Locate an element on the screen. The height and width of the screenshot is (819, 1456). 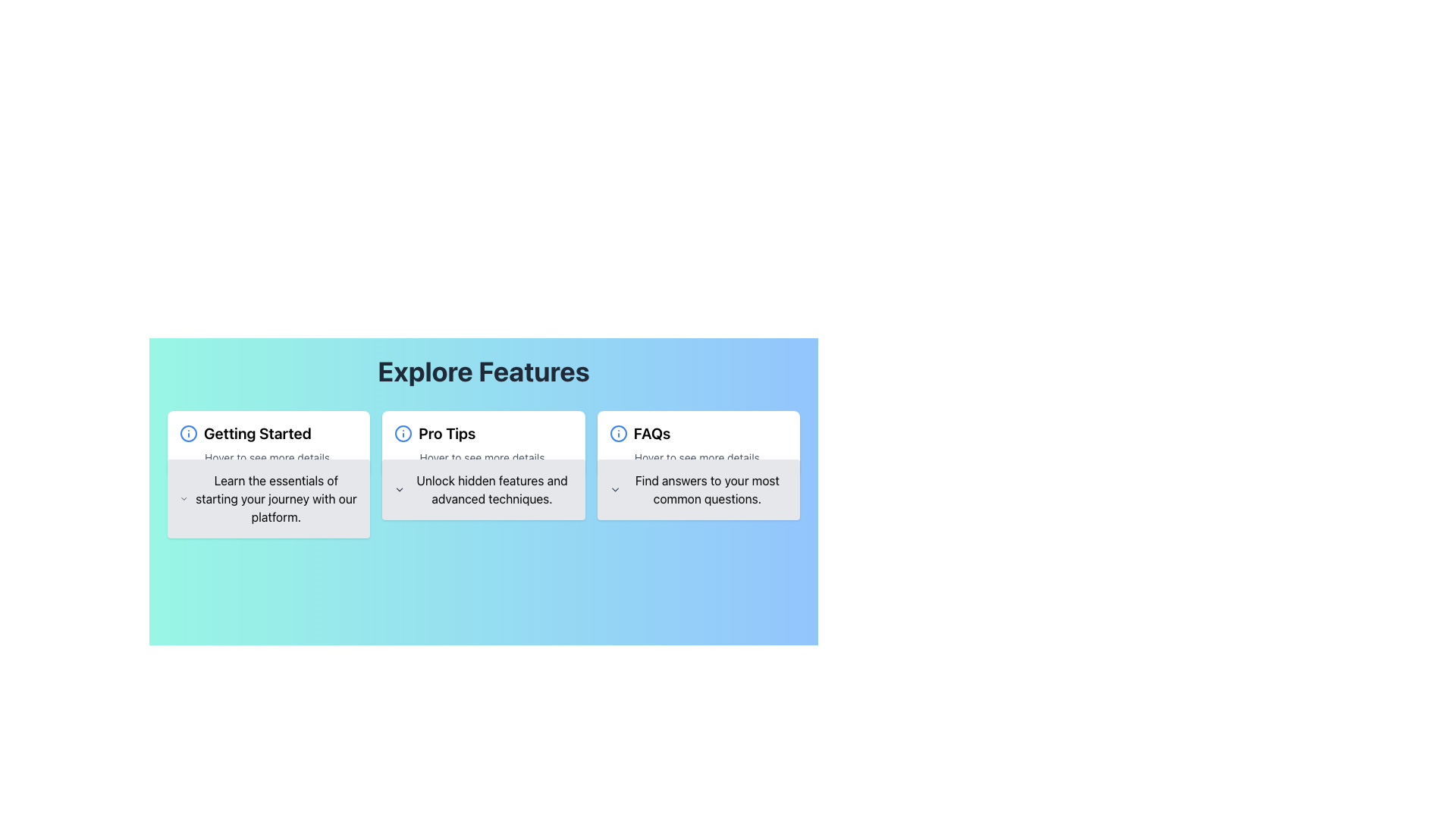
the text label providing additional information related to the 'FAQs' section, located below the title 'FAQs' and the blue information icon in the third column of the layout is located at coordinates (698, 457).